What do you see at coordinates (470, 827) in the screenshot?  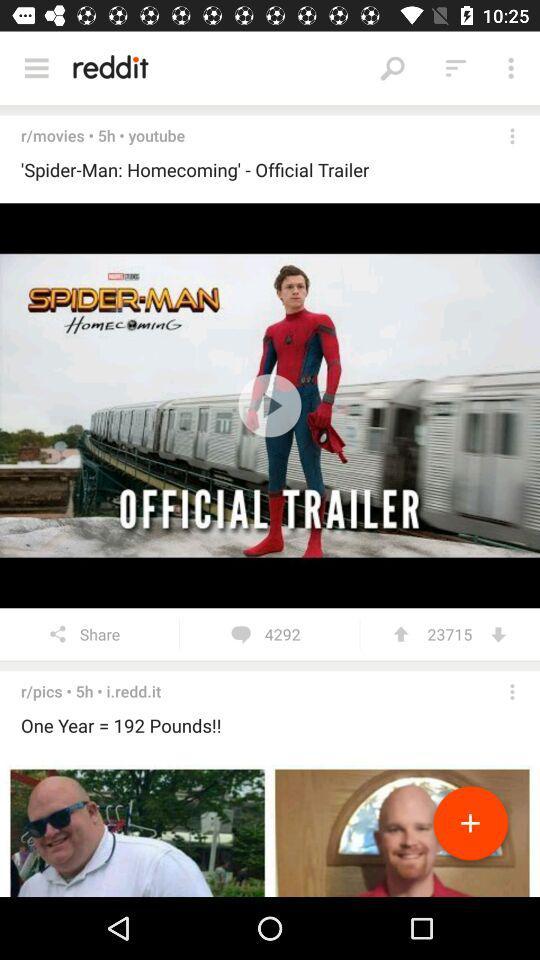 I see `to playlist` at bounding box center [470, 827].